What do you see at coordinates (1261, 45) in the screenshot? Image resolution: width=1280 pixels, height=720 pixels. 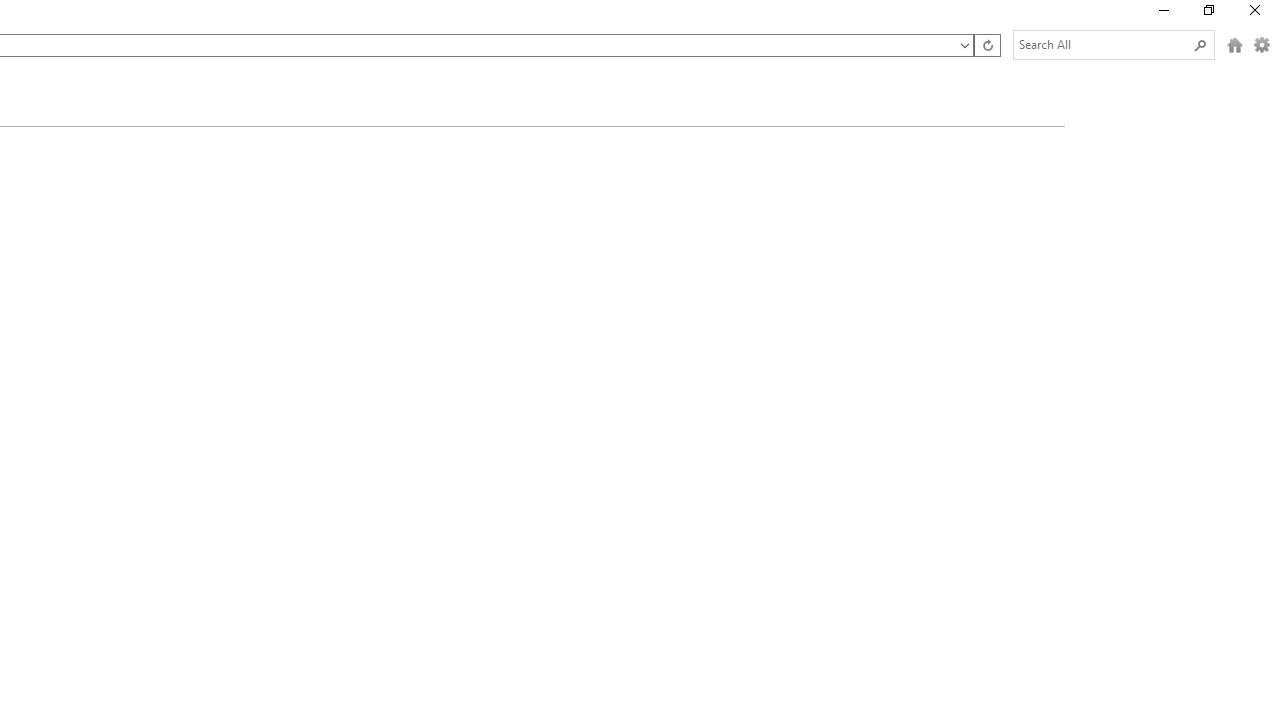 I see `'SettingsButtonToolbar'` at bounding box center [1261, 45].